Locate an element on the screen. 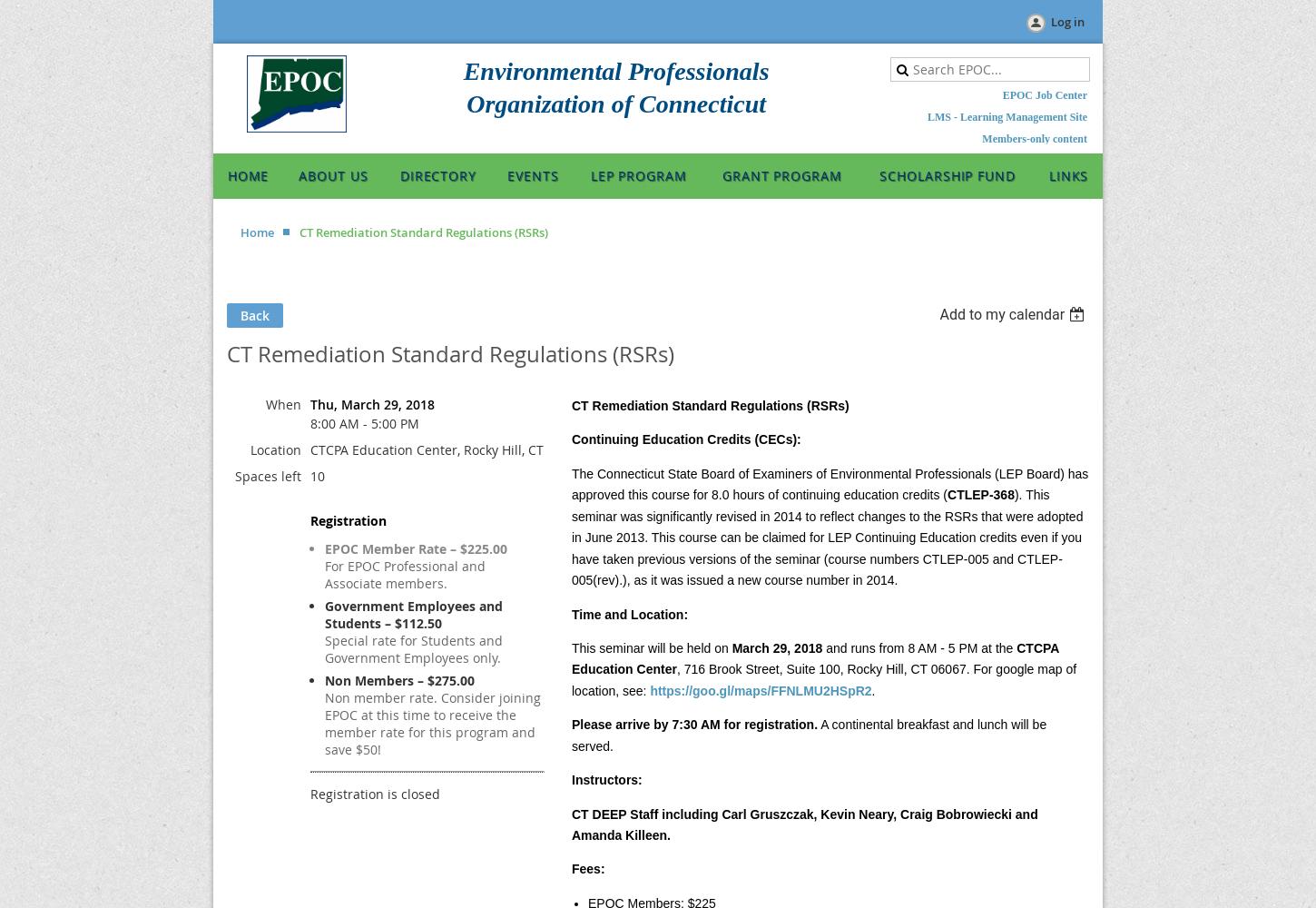  'Instructors:' is located at coordinates (605, 779).